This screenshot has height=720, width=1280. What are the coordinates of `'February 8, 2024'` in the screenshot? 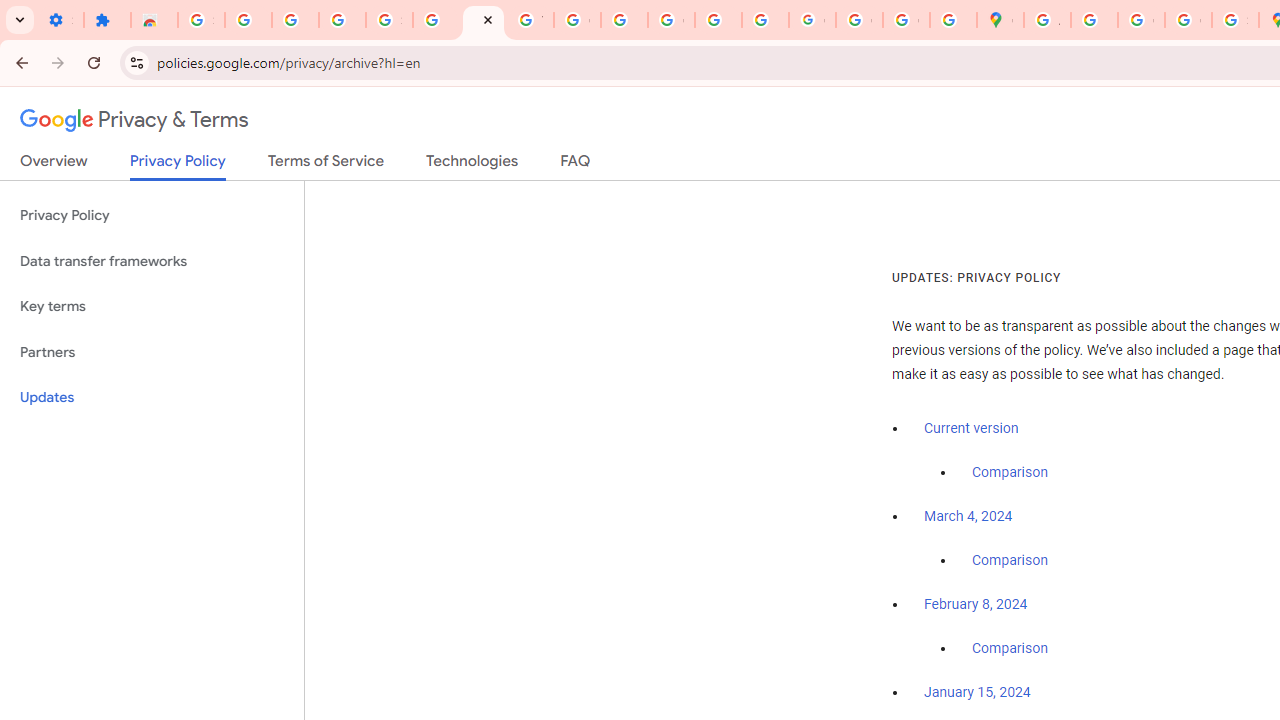 It's located at (976, 604).